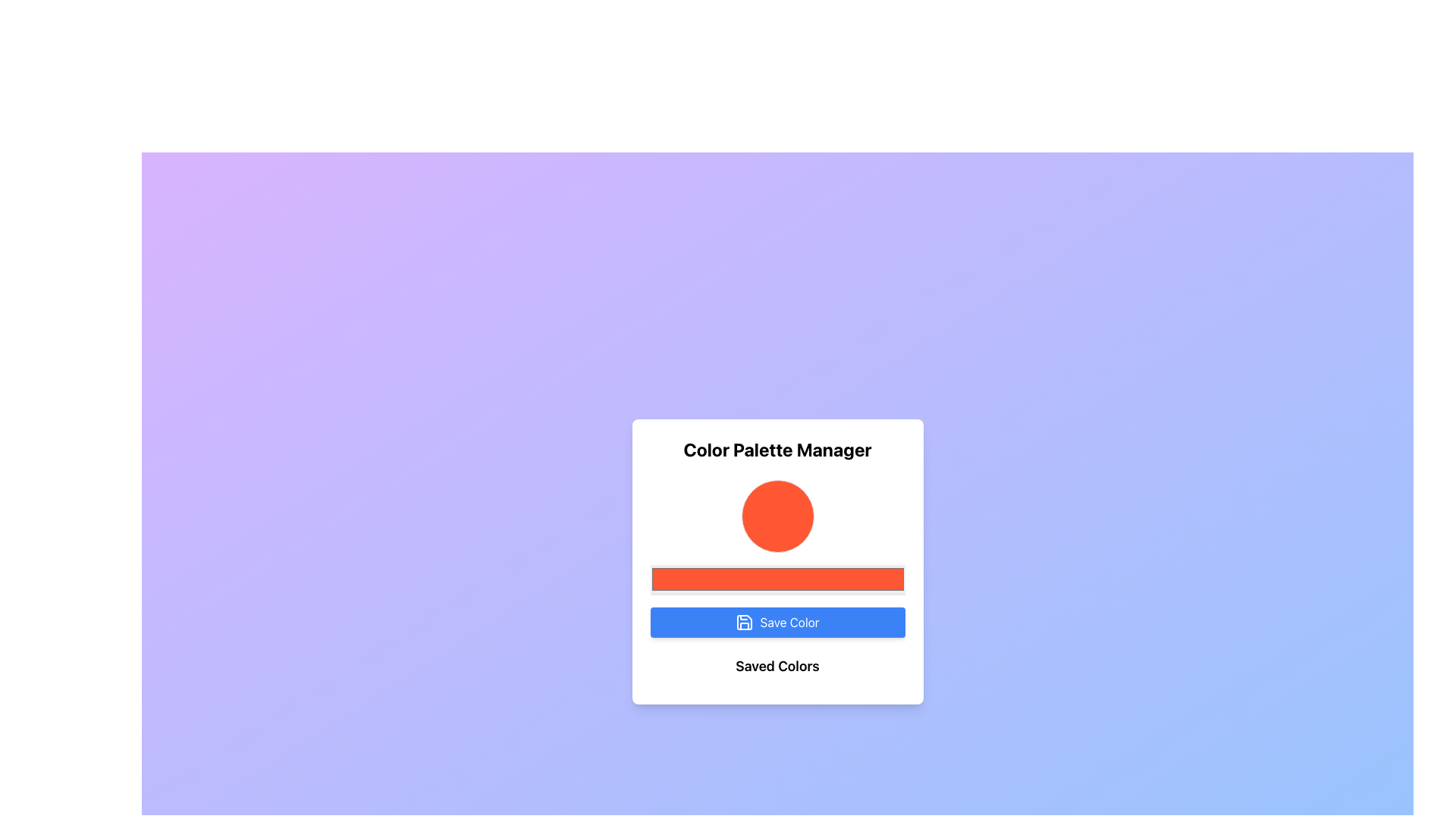 This screenshot has height=819, width=1456. I want to click on the 'Save Color' button, which is a bright blue rectangular button with white text and a floppy disk icon, located in the 'Color Palette Manager' section, so click(777, 623).